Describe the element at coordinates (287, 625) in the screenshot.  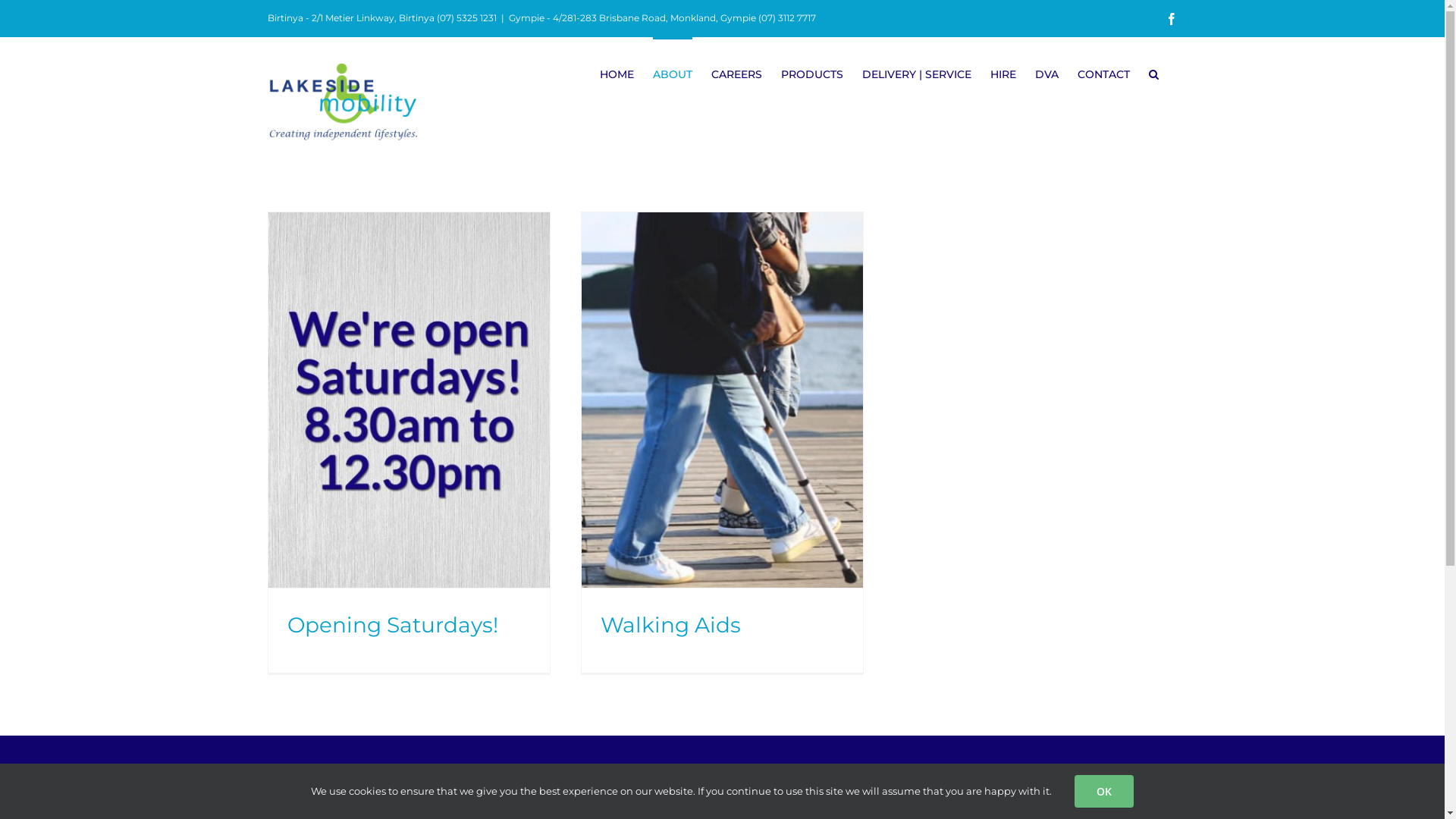
I see `'Opening Saturdays!'` at that location.